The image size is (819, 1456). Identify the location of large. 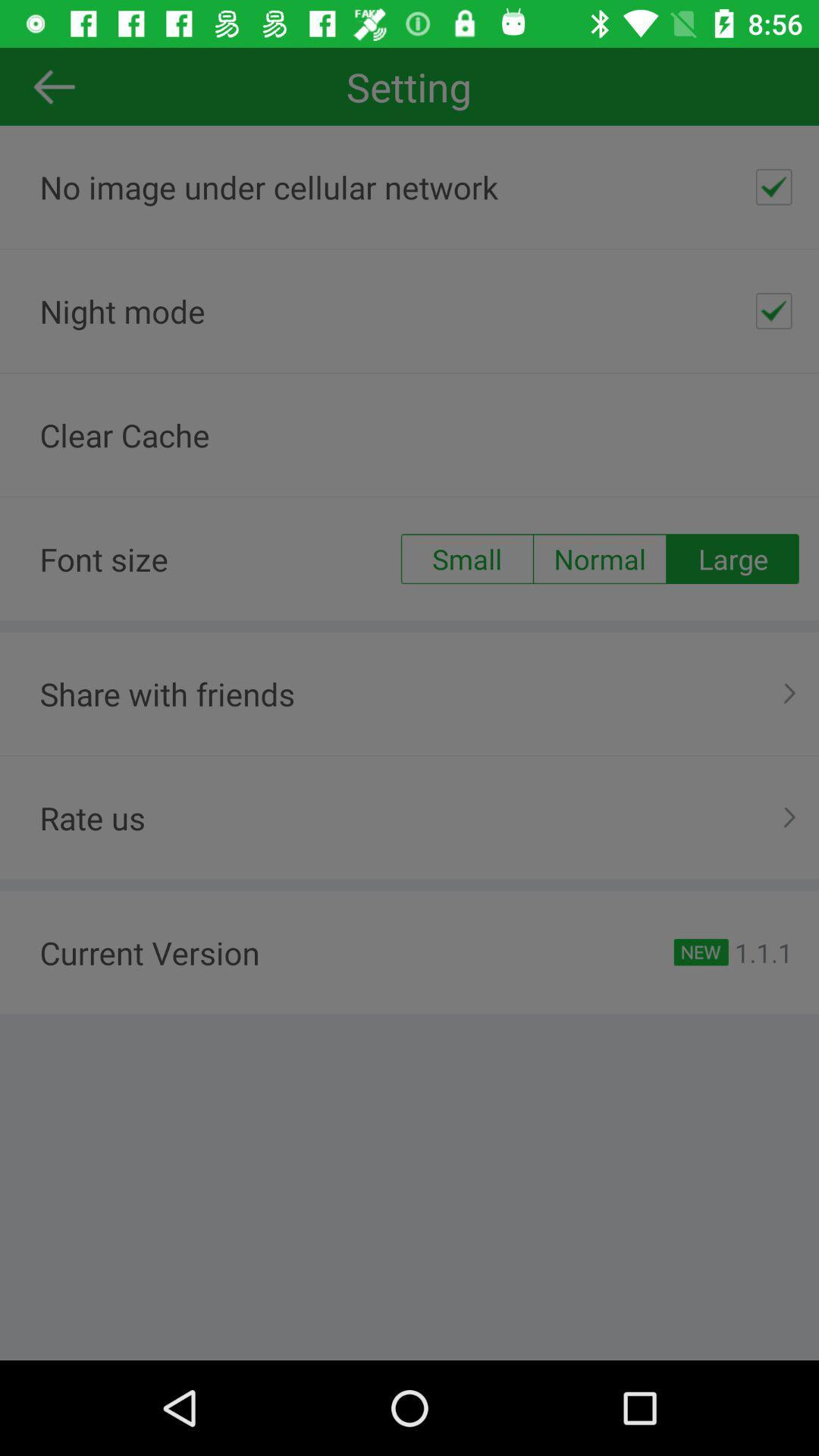
(732, 558).